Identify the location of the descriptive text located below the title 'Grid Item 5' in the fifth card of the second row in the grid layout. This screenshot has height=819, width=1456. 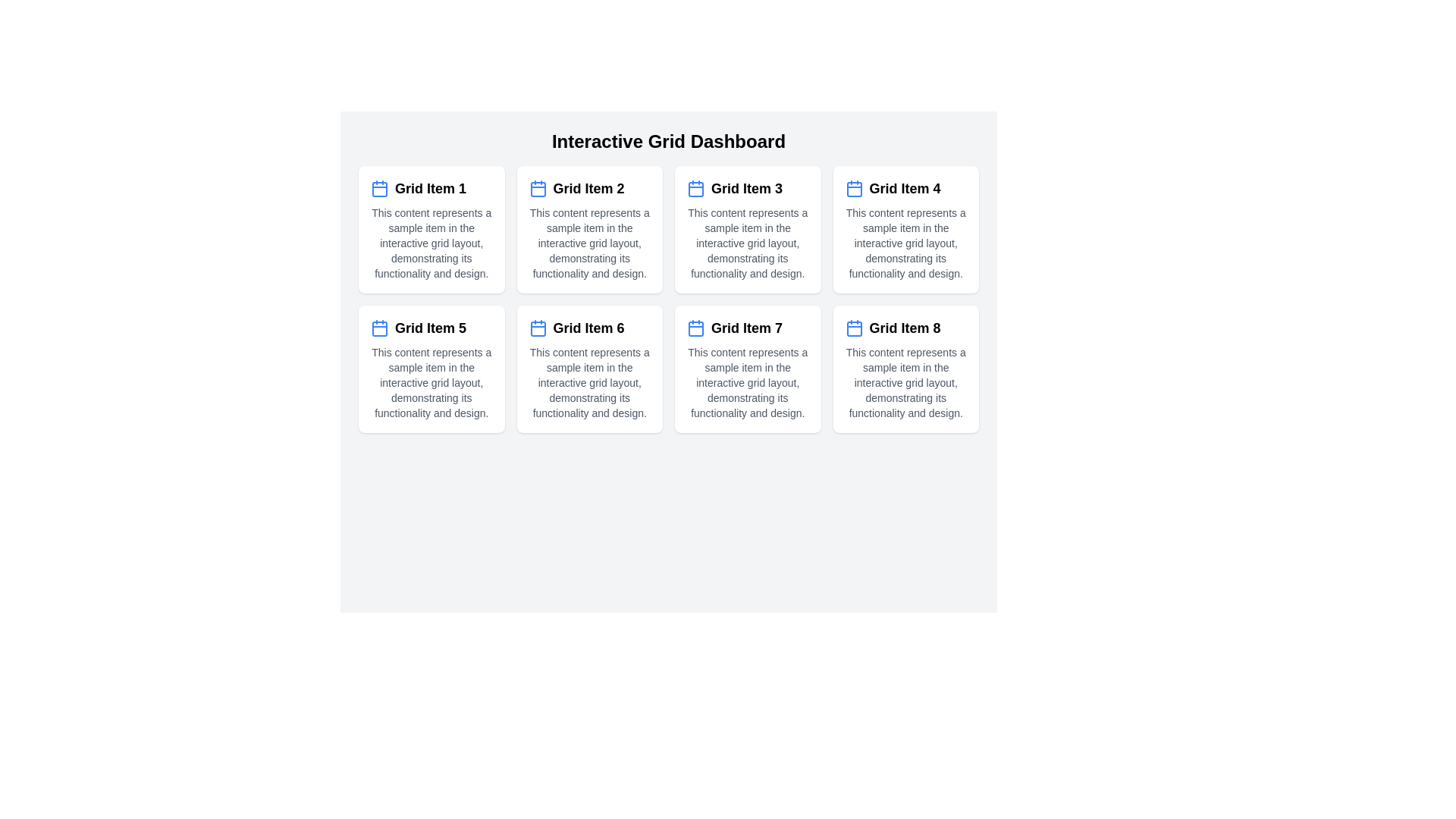
(431, 382).